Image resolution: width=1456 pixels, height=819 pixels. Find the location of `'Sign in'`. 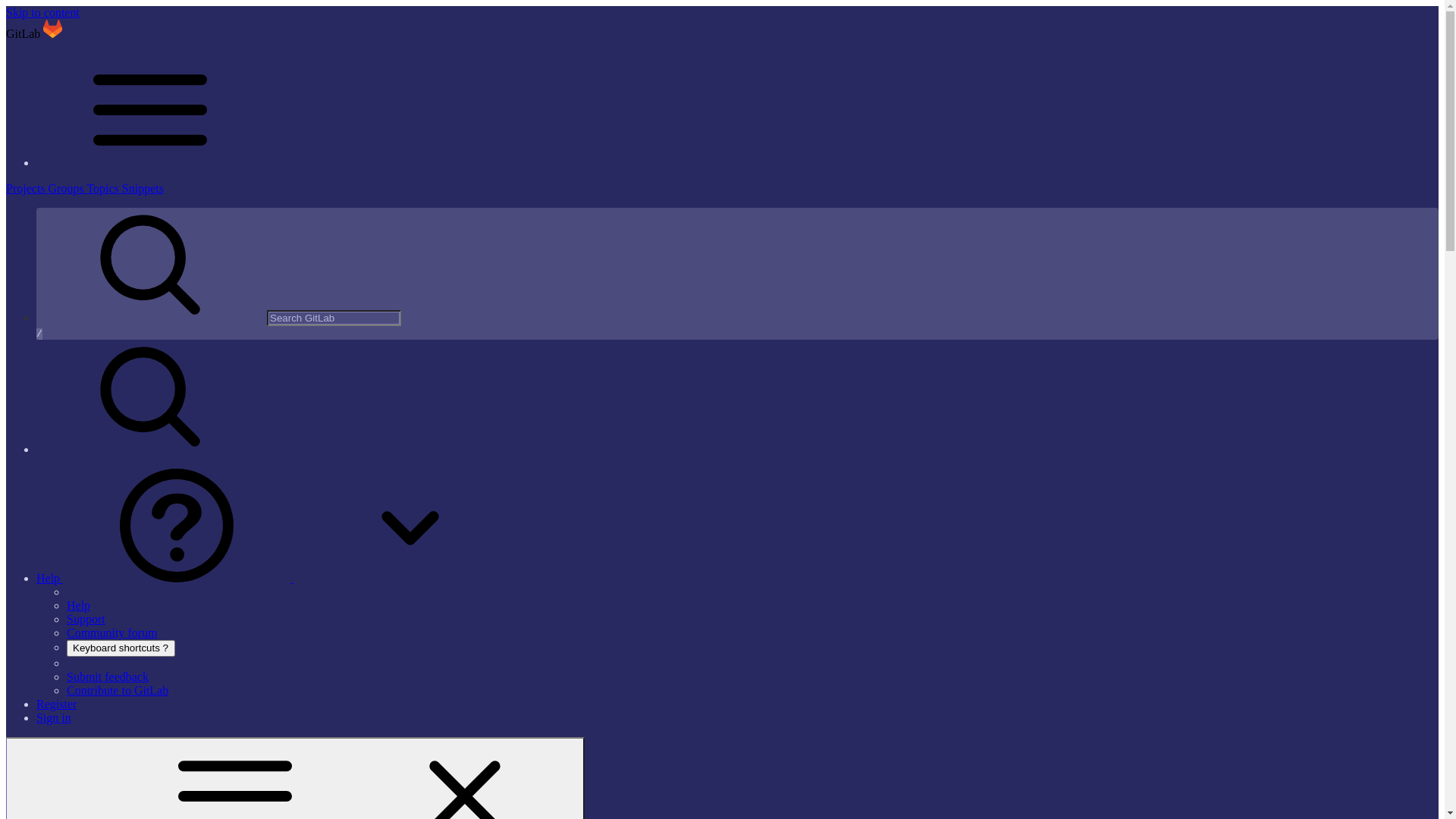

'Sign in' is located at coordinates (54, 717).